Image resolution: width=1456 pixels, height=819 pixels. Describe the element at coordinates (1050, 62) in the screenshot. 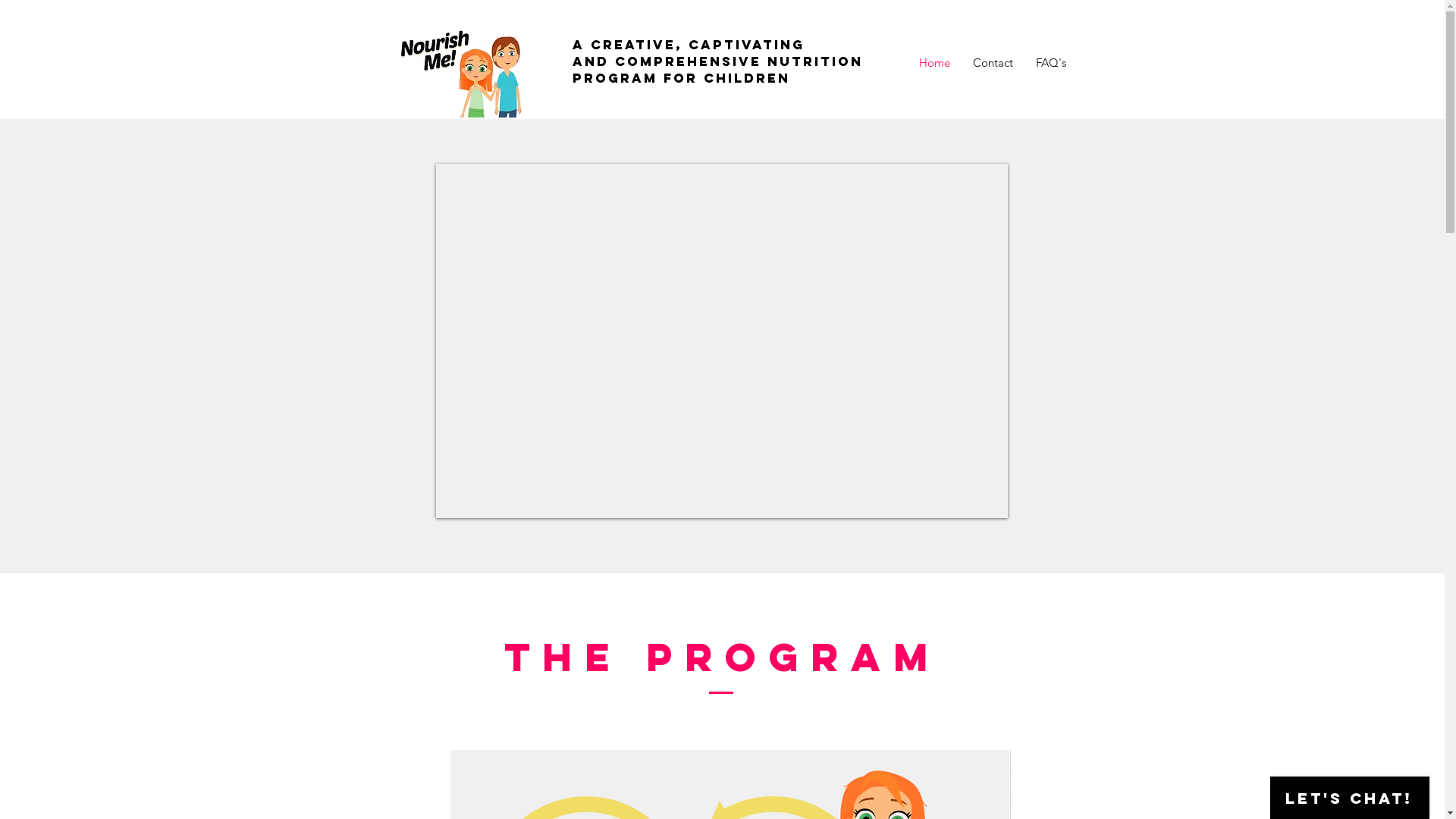

I see `'FAQ's'` at that location.